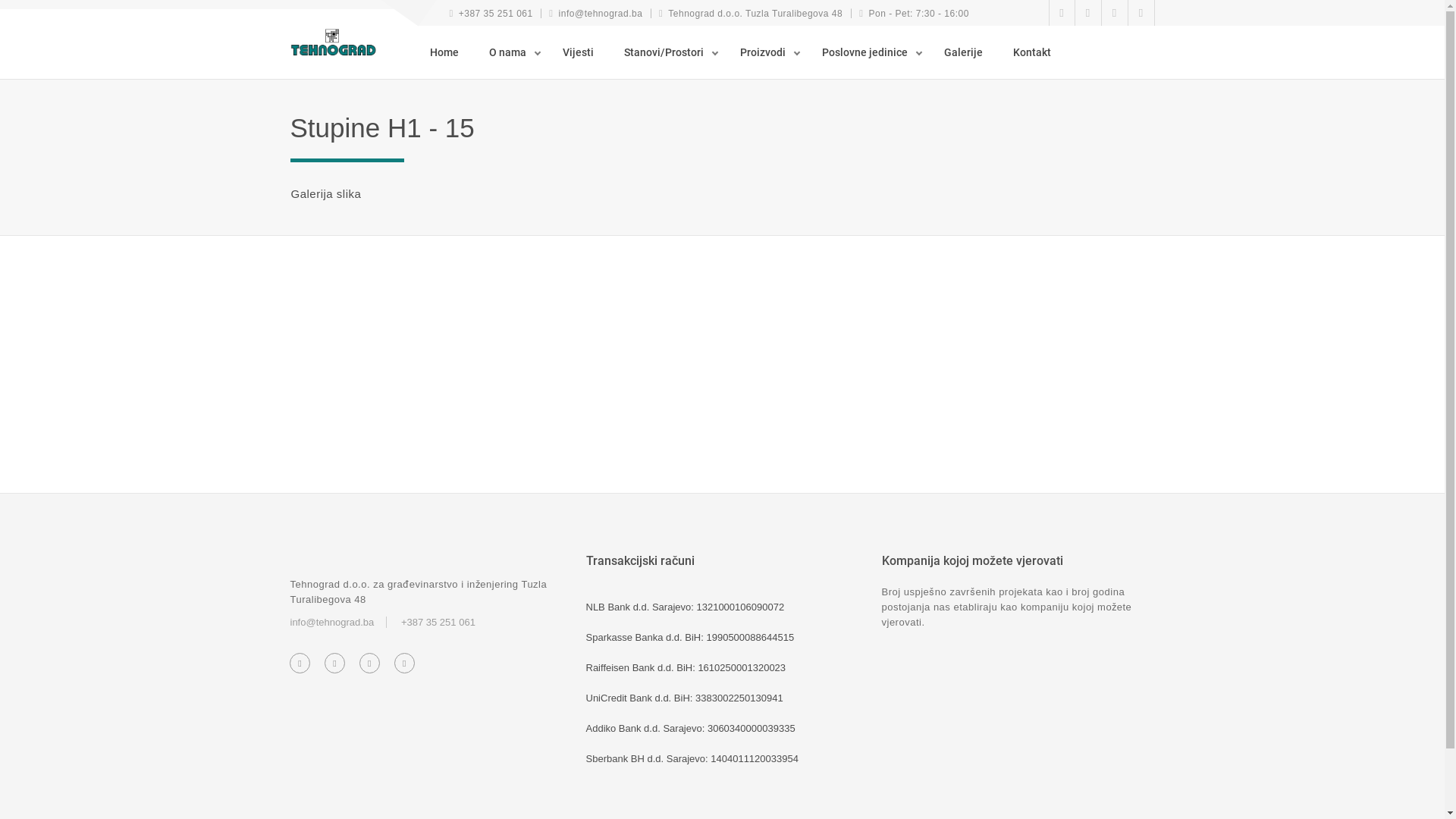 This screenshot has width=1456, height=819. Describe the element at coordinates (447, 52) in the screenshot. I see `'Home'` at that location.